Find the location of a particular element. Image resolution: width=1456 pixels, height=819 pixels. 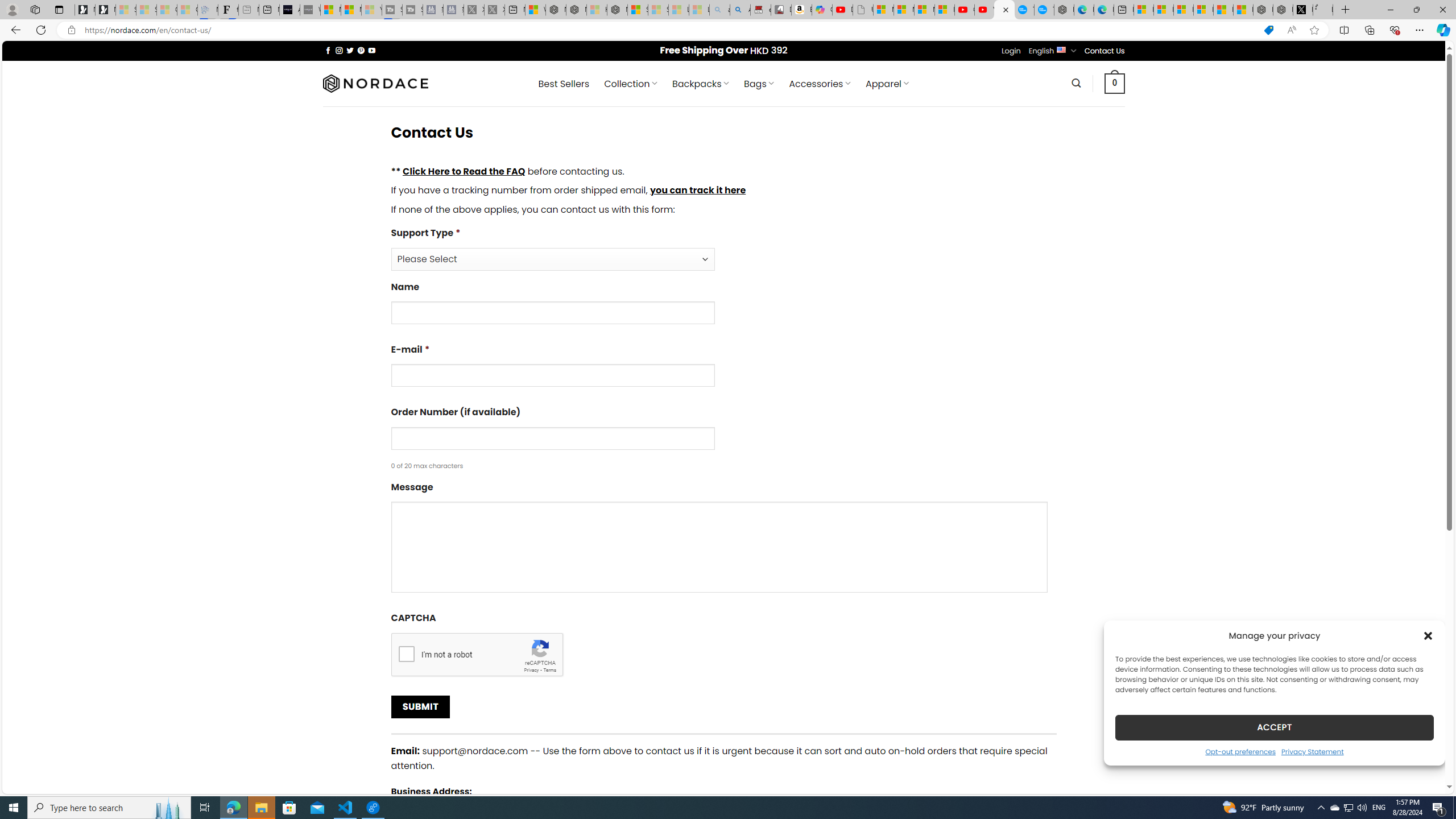

'Class: cmplz-close' is located at coordinates (1428, 635).